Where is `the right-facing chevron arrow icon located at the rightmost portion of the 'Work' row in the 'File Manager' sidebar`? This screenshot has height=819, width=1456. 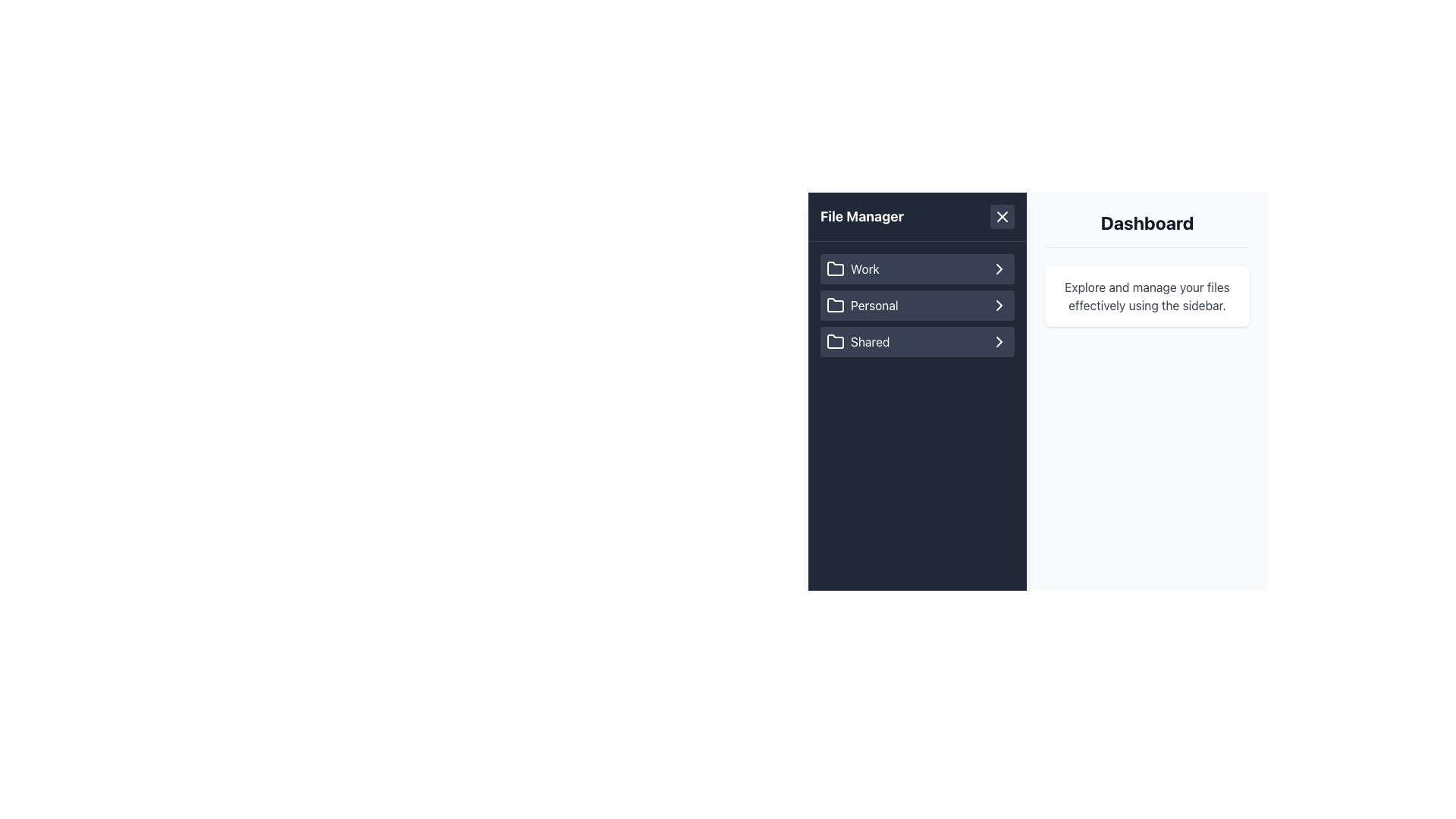
the right-facing chevron arrow icon located at the rightmost portion of the 'Work' row in the 'File Manager' sidebar is located at coordinates (999, 268).